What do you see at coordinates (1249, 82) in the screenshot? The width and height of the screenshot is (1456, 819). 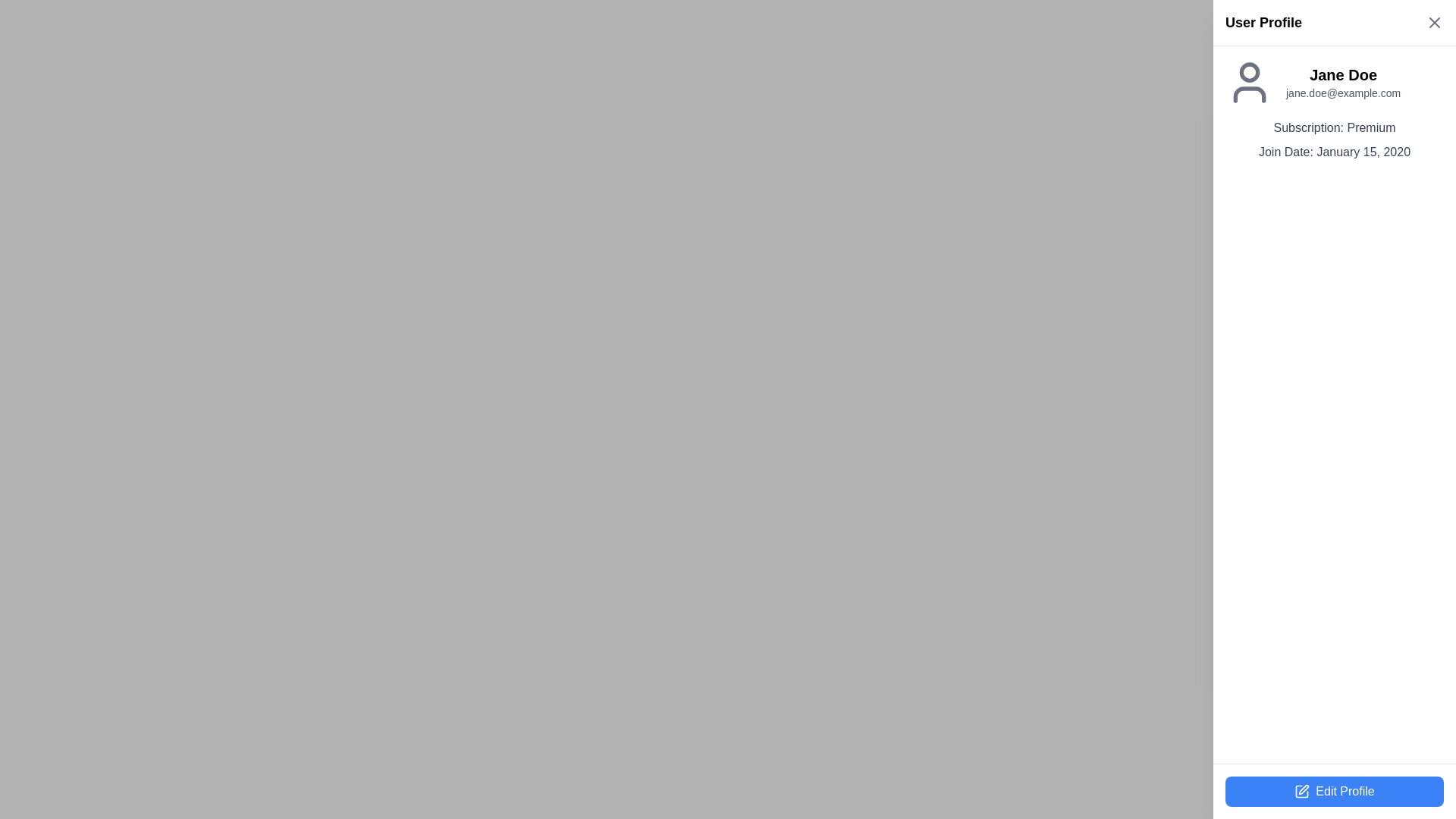 I see `the user profile icon located at the top-left area of the profile details section, adjacent to 'Jane Doe' name and email information` at bounding box center [1249, 82].